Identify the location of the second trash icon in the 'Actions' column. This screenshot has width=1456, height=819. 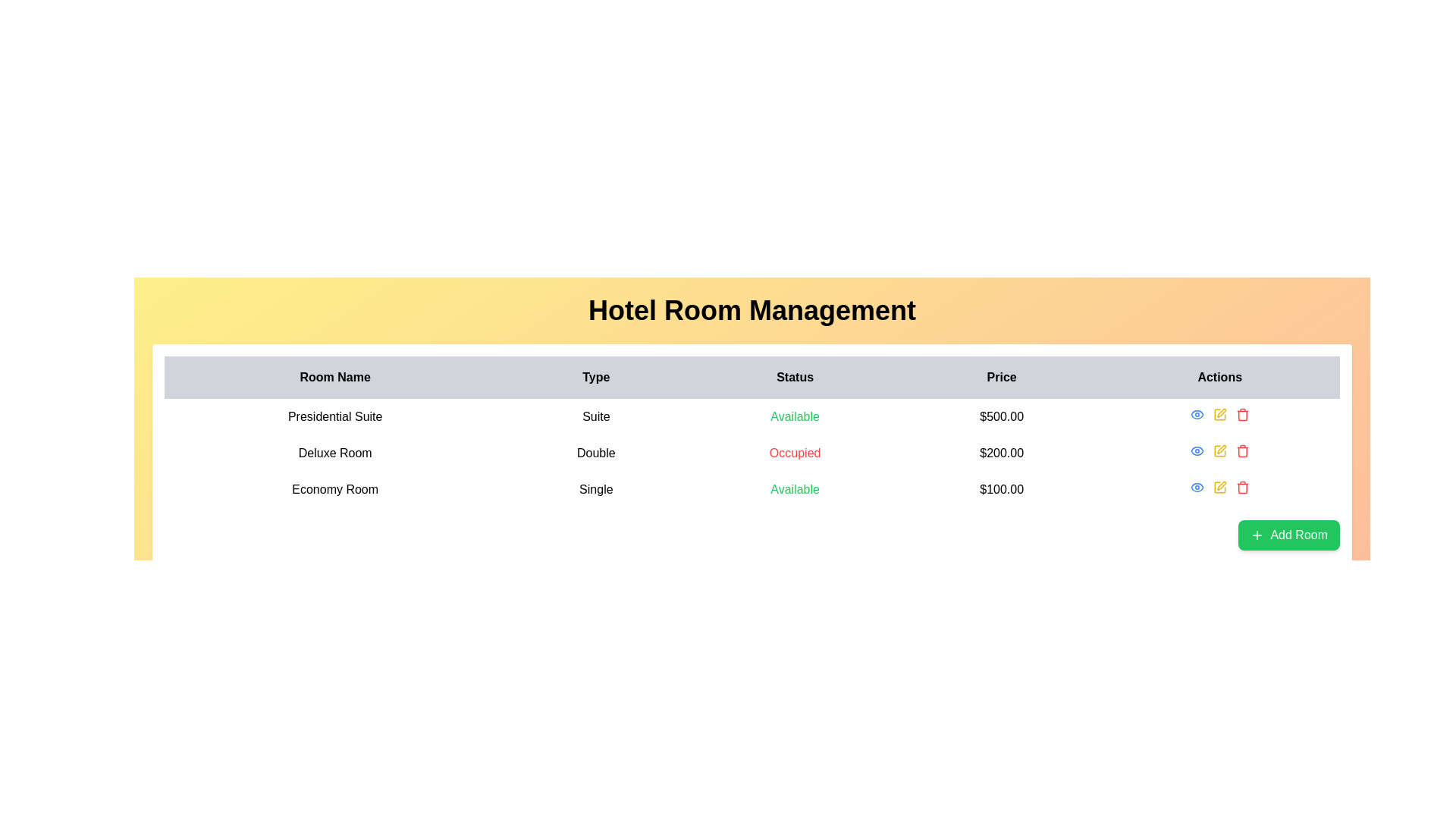
(1242, 451).